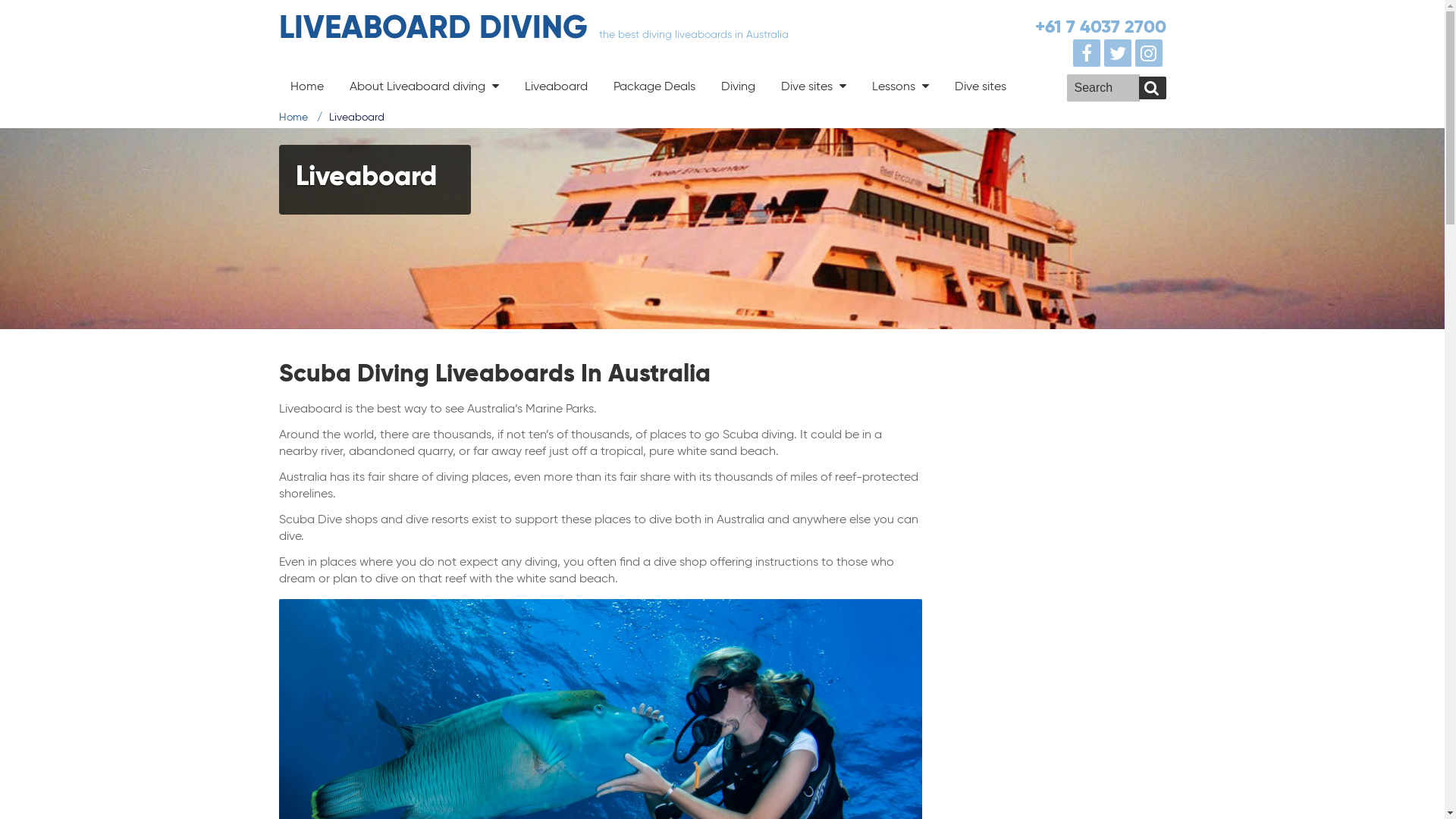  Describe the element at coordinates (1119, 52) in the screenshot. I see `'0 followers on Twitter'` at that location.